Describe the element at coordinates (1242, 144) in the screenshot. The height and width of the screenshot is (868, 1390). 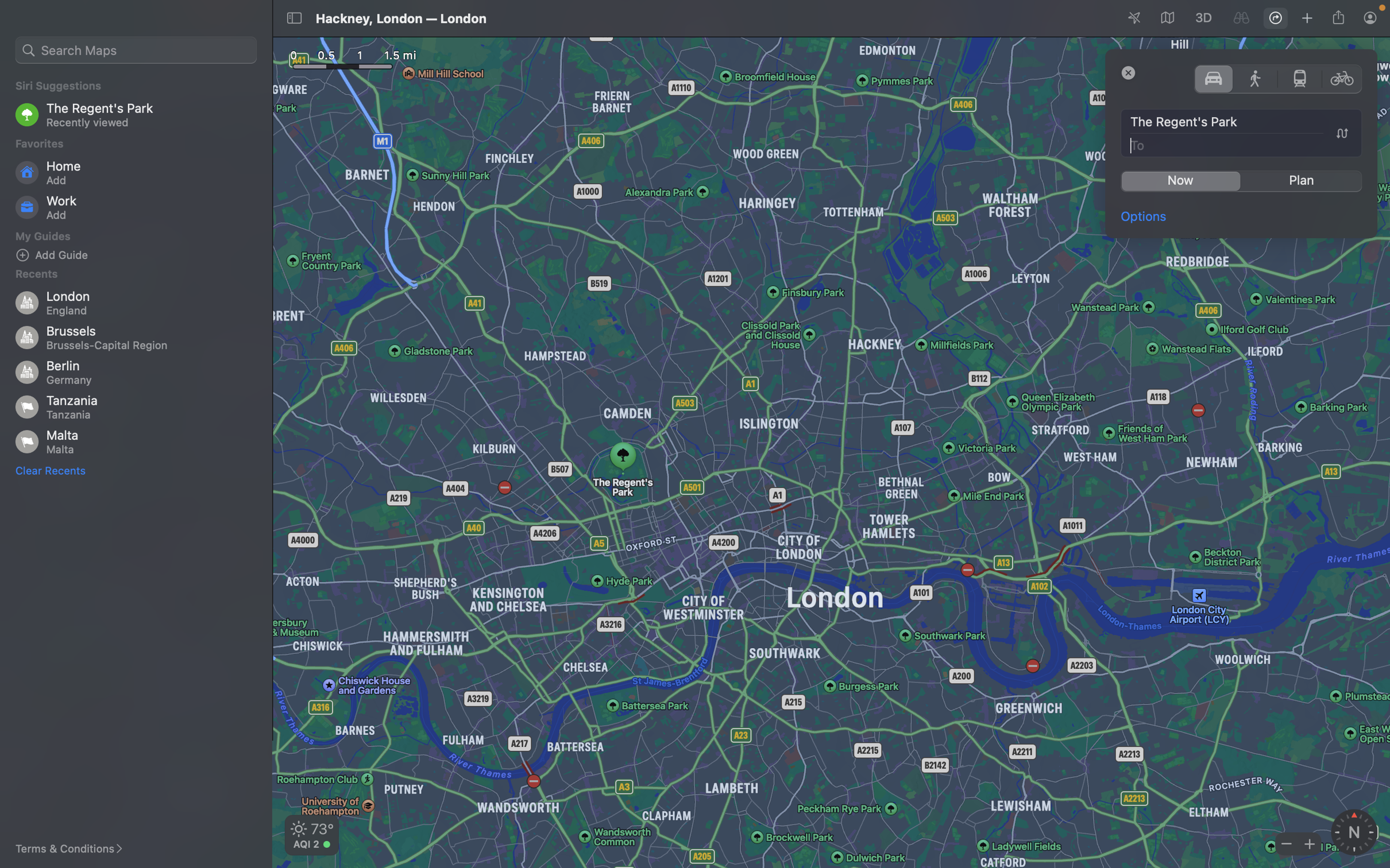
I see `"Big Ben" as the location to reach` at that location.